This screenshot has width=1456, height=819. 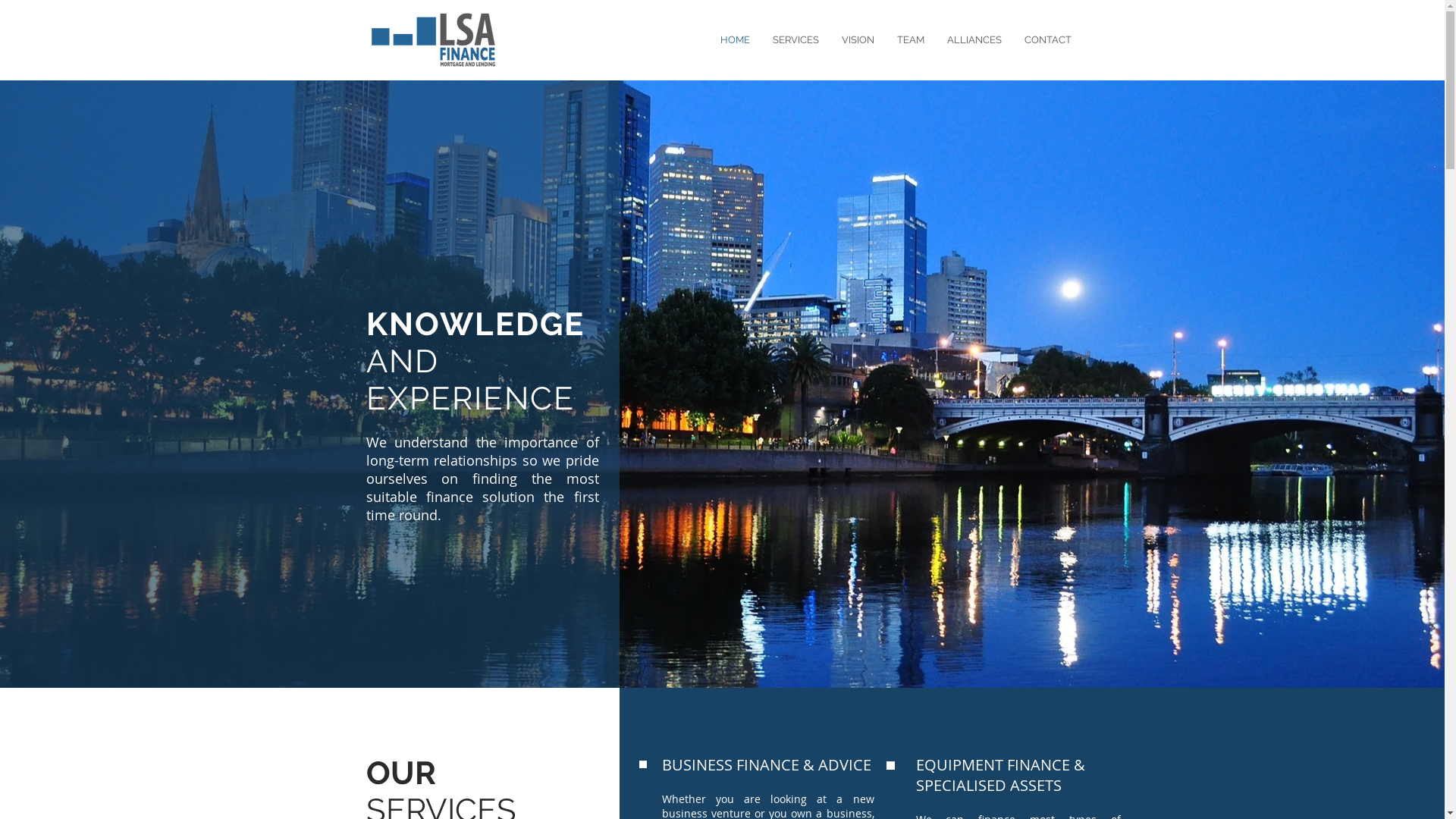 What do you see at coordinates (365, 39) in the screenshot?
I see `'LSA Finance Master Logo-01.png'` at bounding box center [365, 39].